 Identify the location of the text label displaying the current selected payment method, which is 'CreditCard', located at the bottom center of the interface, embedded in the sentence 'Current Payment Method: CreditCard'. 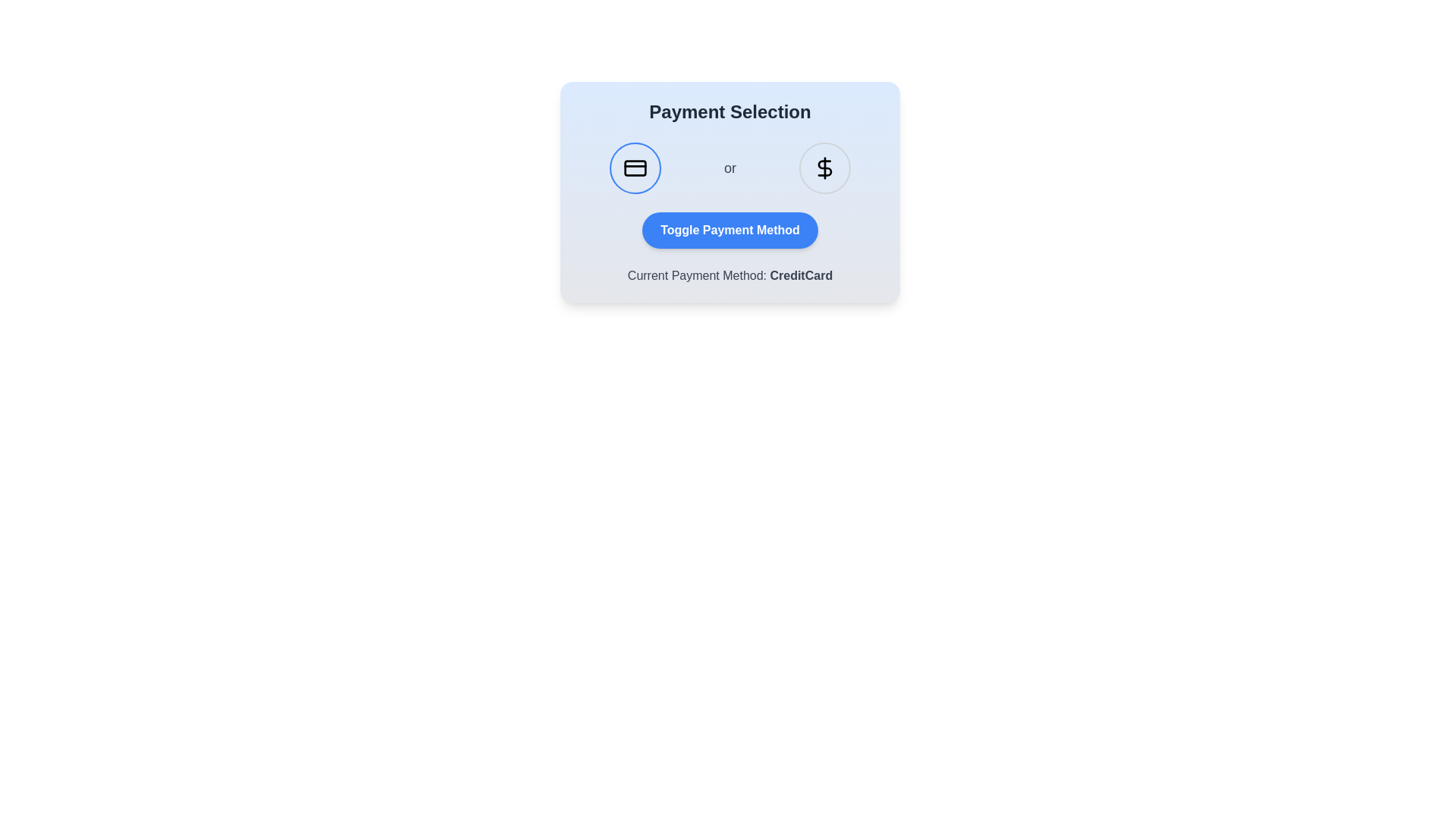
(800, 275).